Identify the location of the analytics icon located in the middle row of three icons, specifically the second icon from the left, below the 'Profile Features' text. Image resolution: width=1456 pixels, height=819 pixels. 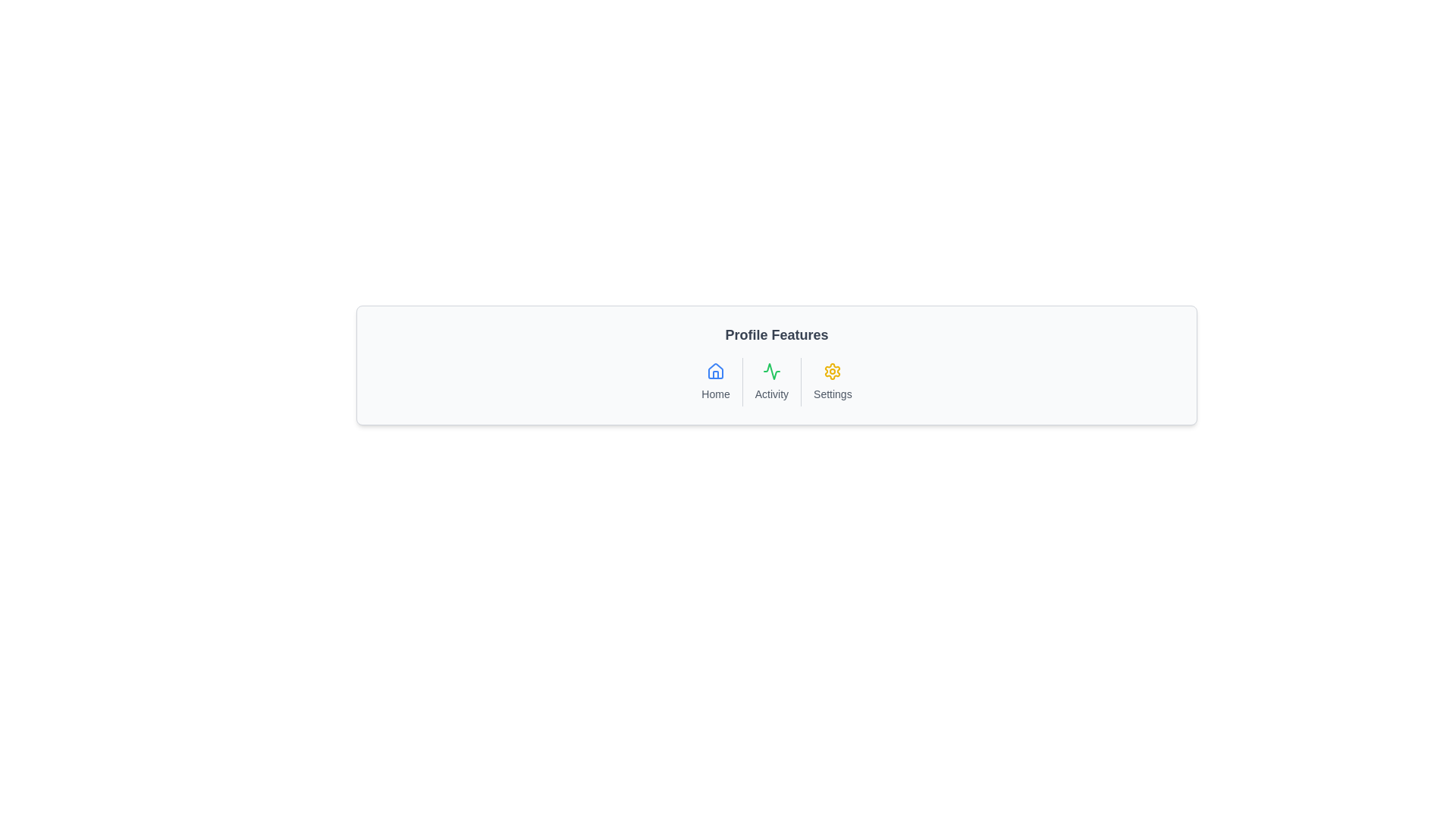
(771, 371).